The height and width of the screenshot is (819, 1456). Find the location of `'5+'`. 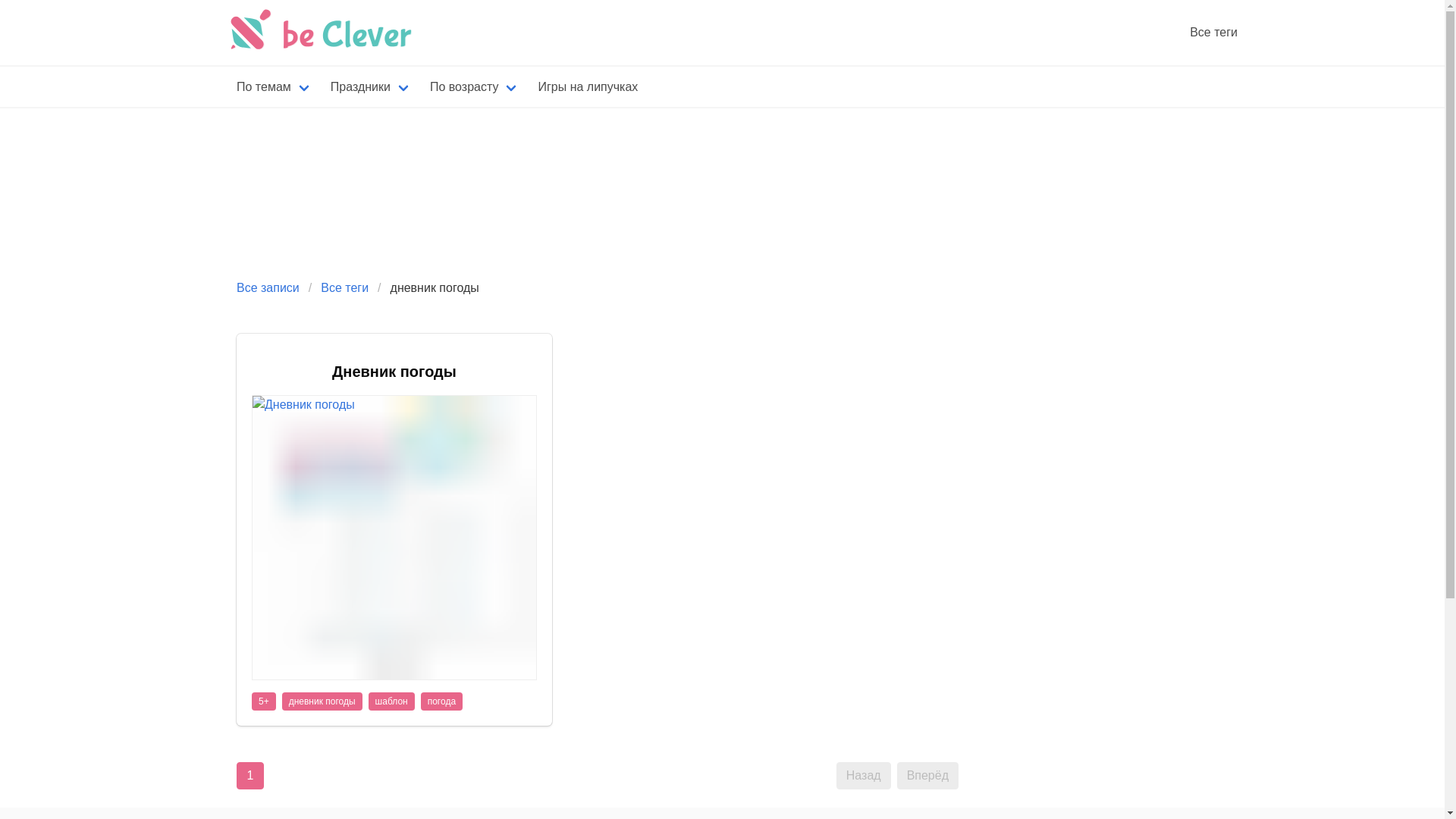

'5+' is located at coordinates (263, 701).